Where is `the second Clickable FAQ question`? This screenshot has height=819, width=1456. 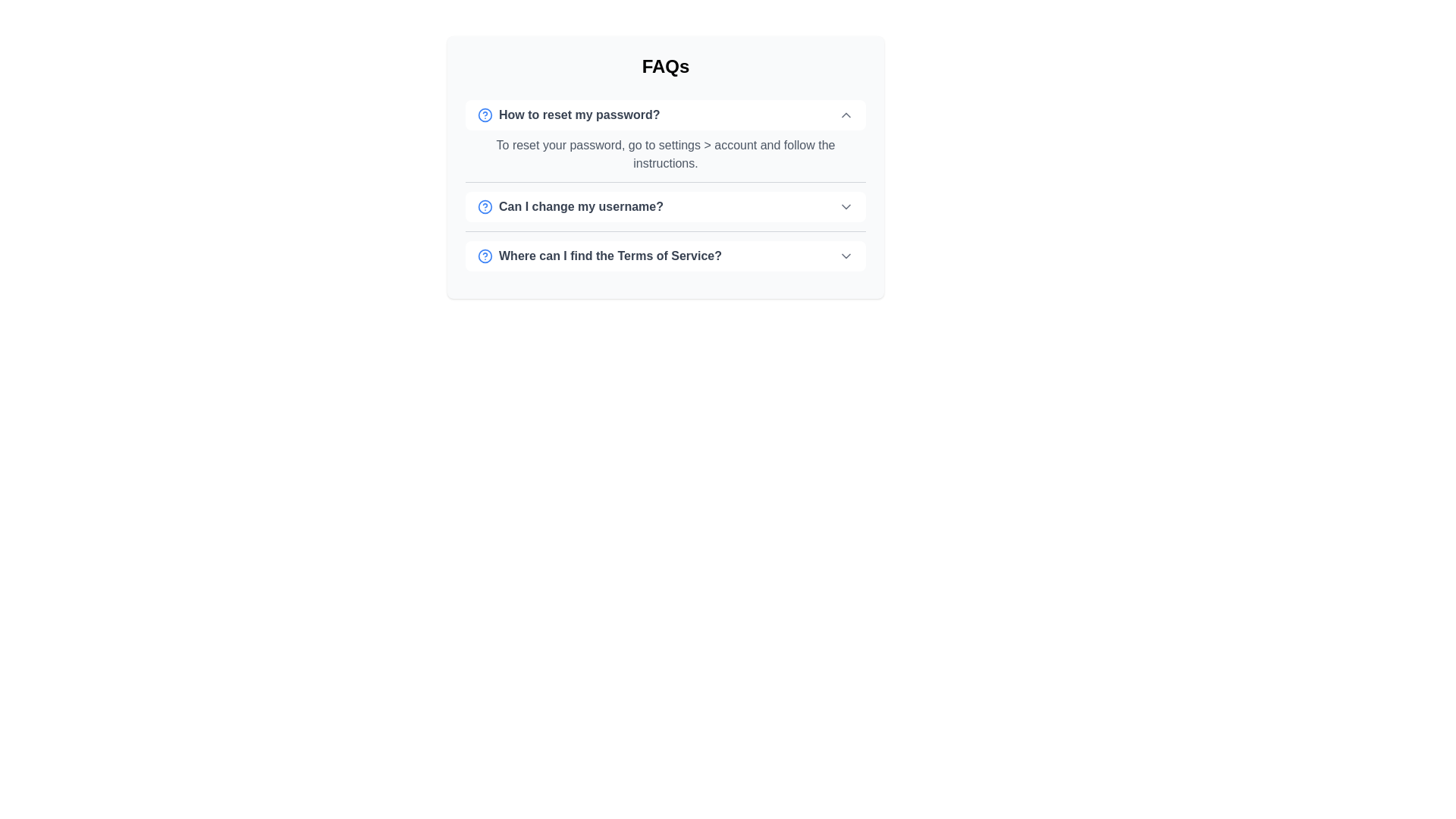
the second Clickable FAQ question is located at coordinates (666, 206).